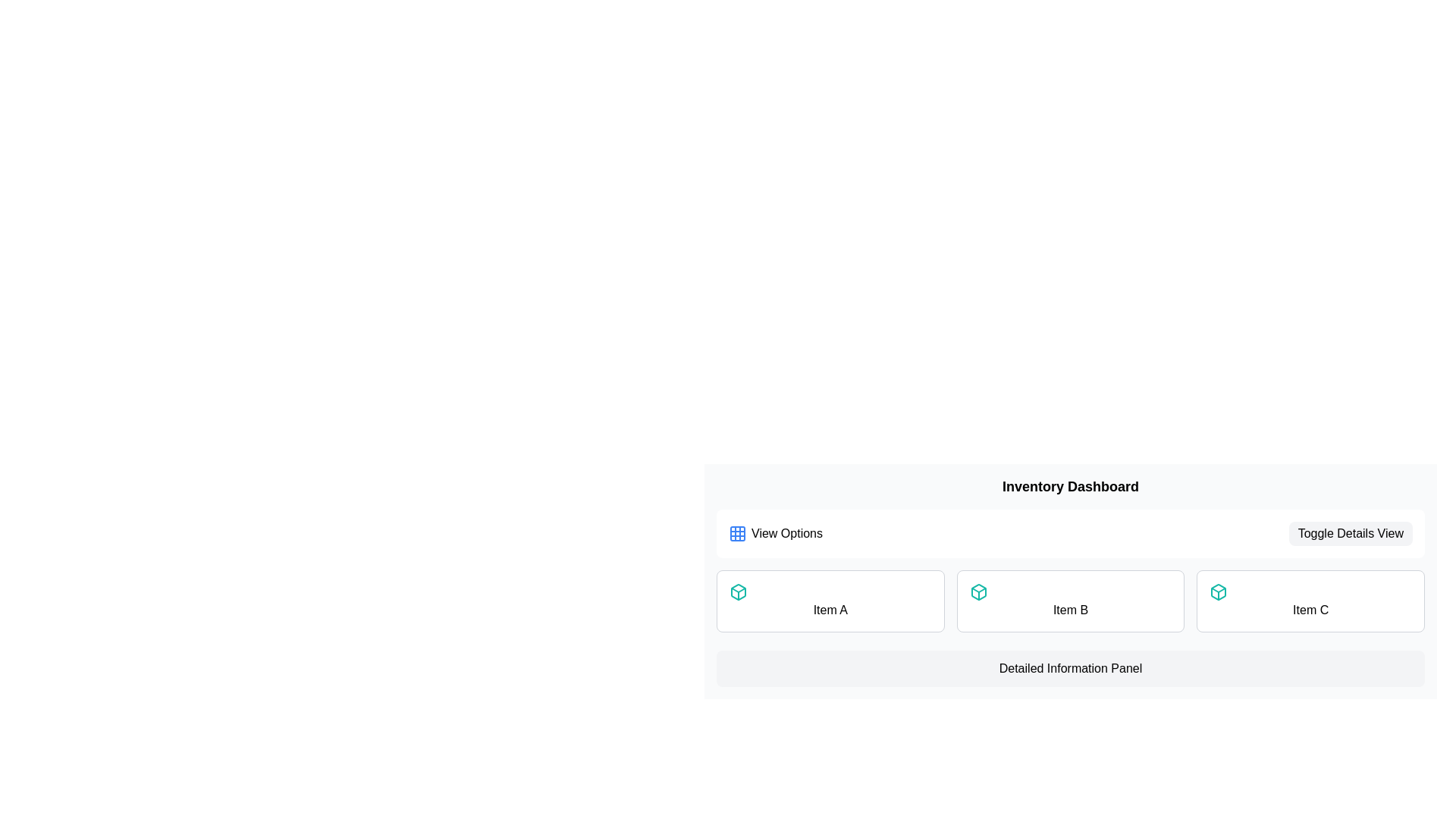 This screenshot has width=1456, height=819. Describe the element at coordinates (739, 591) in the screenshot. I see `the teal outlined icon representing a 3D box-like structure located beneath the caption 'Item A' on the main dashboard interface` at that location.